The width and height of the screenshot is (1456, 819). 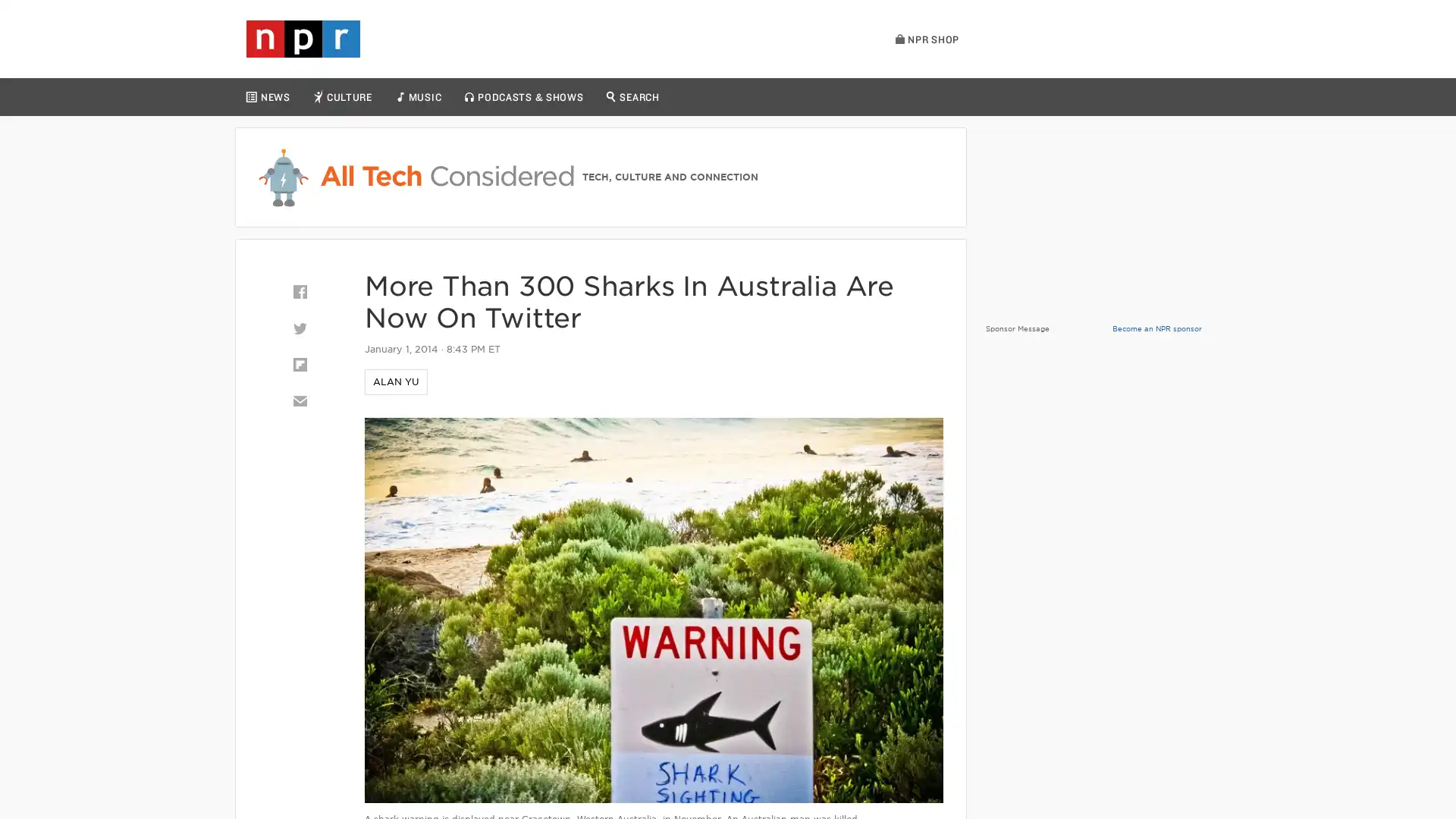 What do you see at coordinates (1094, 43) in the screenshot?
I see `Play Live Radio` at bounding box center [1094, 43].